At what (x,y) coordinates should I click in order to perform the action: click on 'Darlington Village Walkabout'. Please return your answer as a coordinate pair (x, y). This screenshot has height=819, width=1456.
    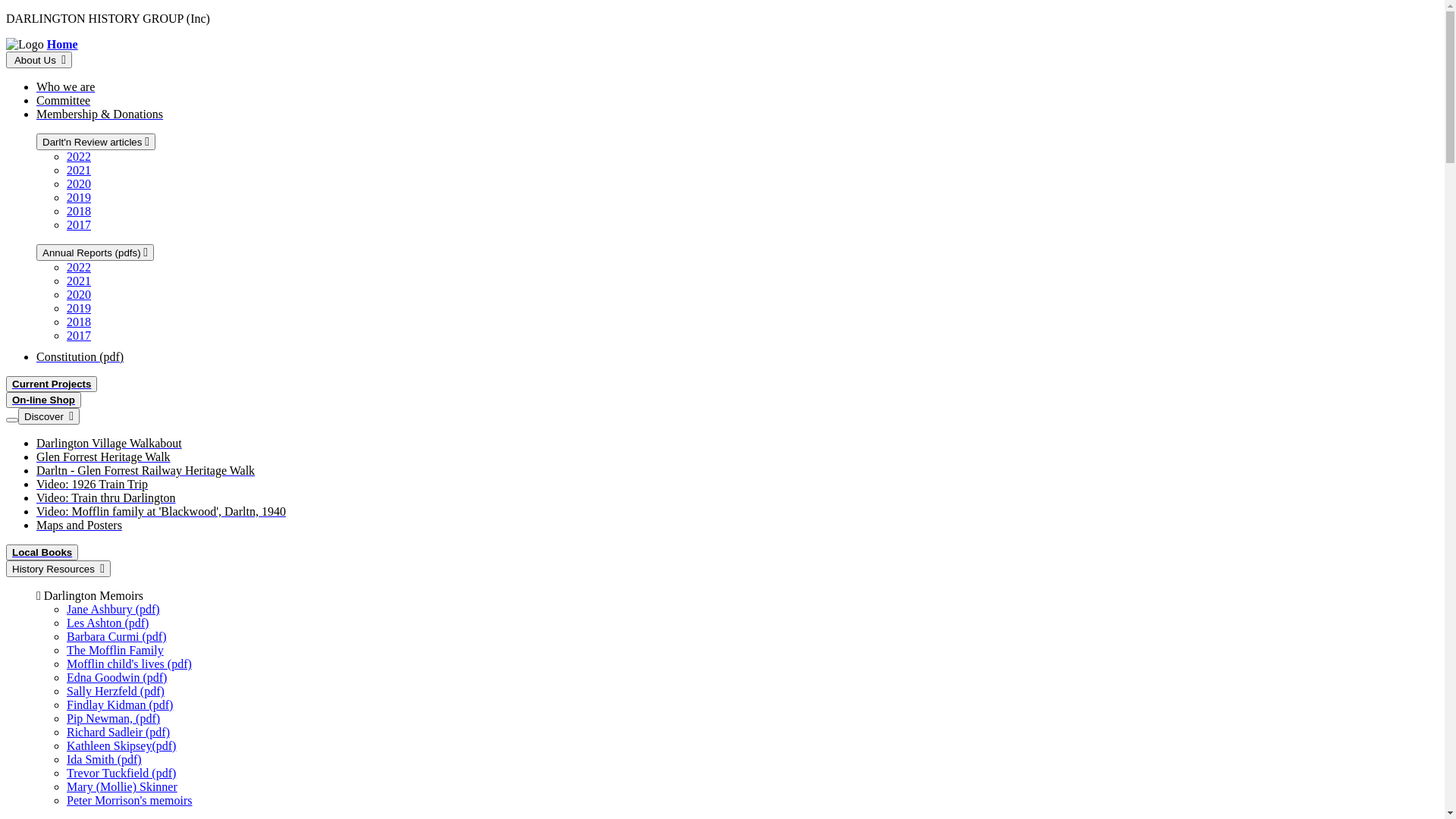
    Looking at the image, I should click on (108, 443).